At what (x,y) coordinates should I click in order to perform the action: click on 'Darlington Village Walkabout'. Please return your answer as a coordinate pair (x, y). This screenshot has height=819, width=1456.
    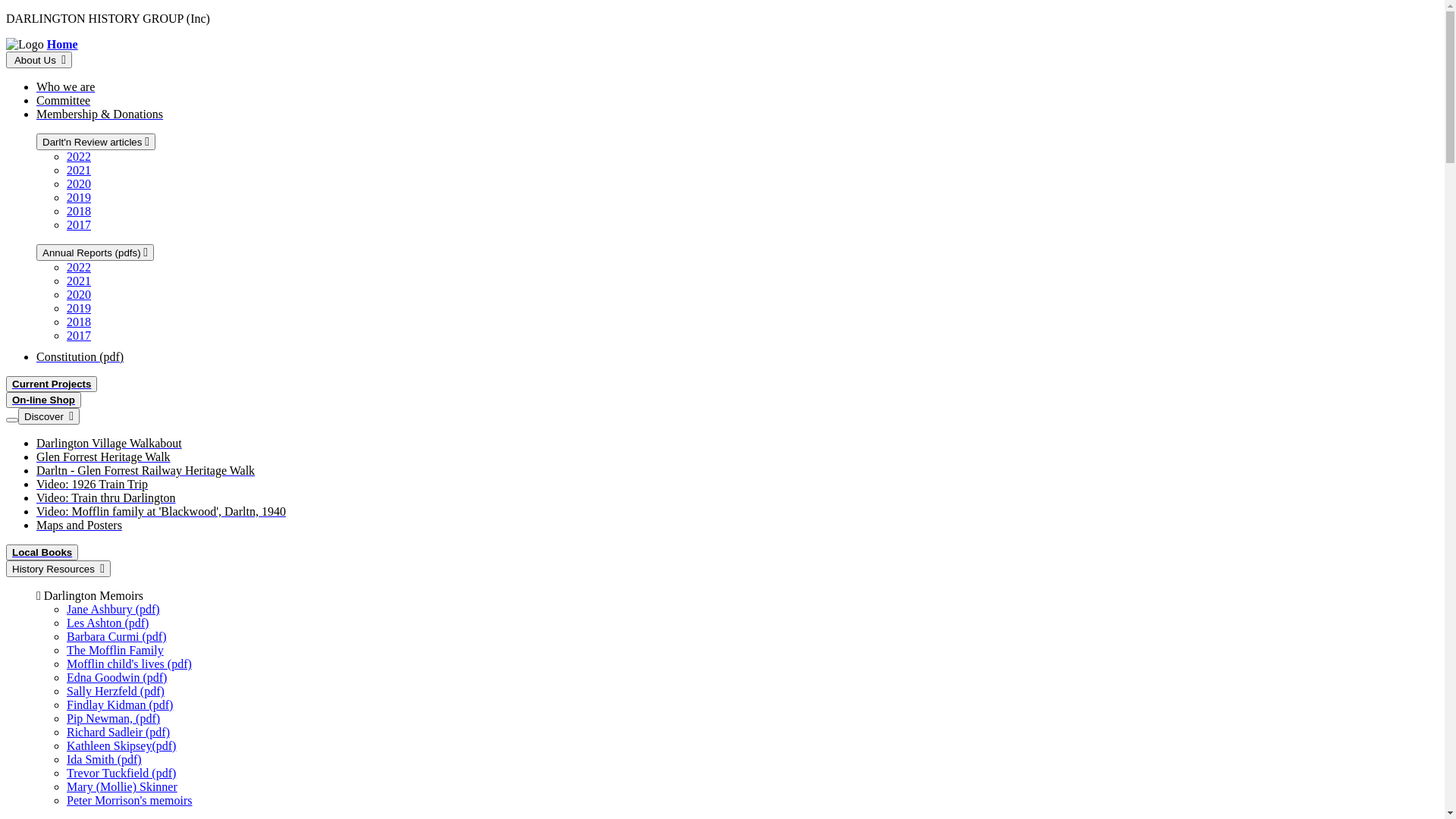
    Looking at the image, I should click on (108, 443).